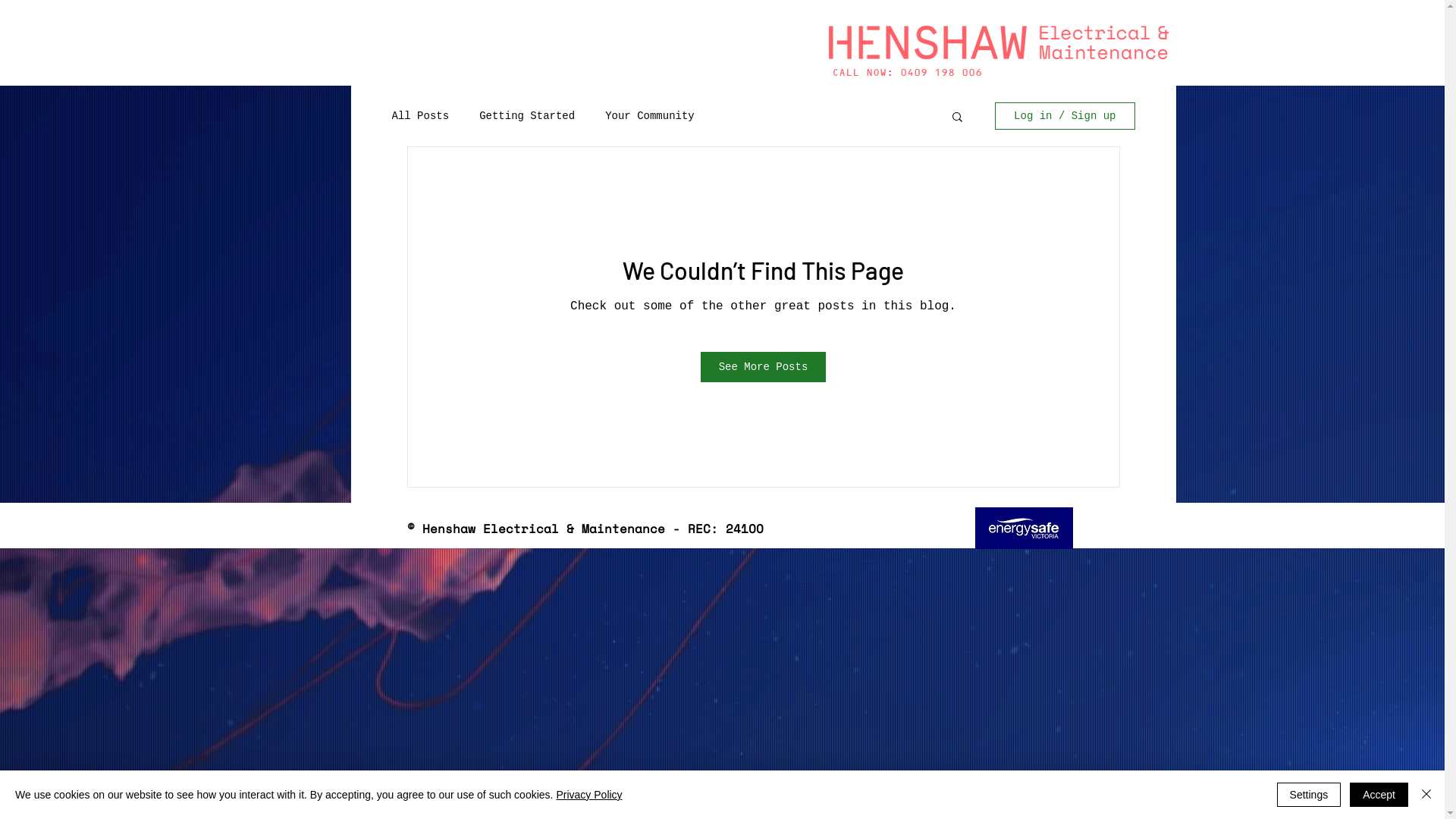 The width and height of the screenshot is (1456, 819). What do you see at coordinates (1308, 794) in the screenshot?
I see `'Settings'` at bounding box center [1308, 794].